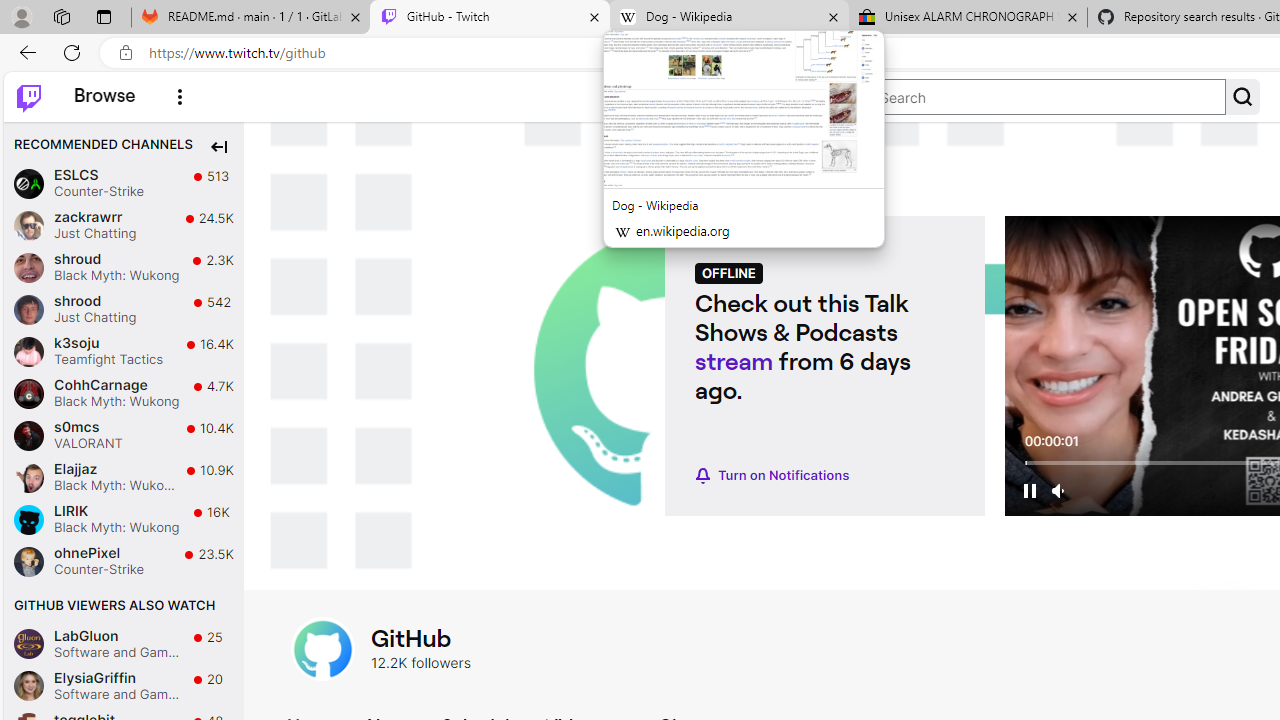  Describe the element at coordinates (123, 266) in the screenshot. I see `'shroud shroud Black Myth: Wukong Live 2.3K viewers'` at that location.